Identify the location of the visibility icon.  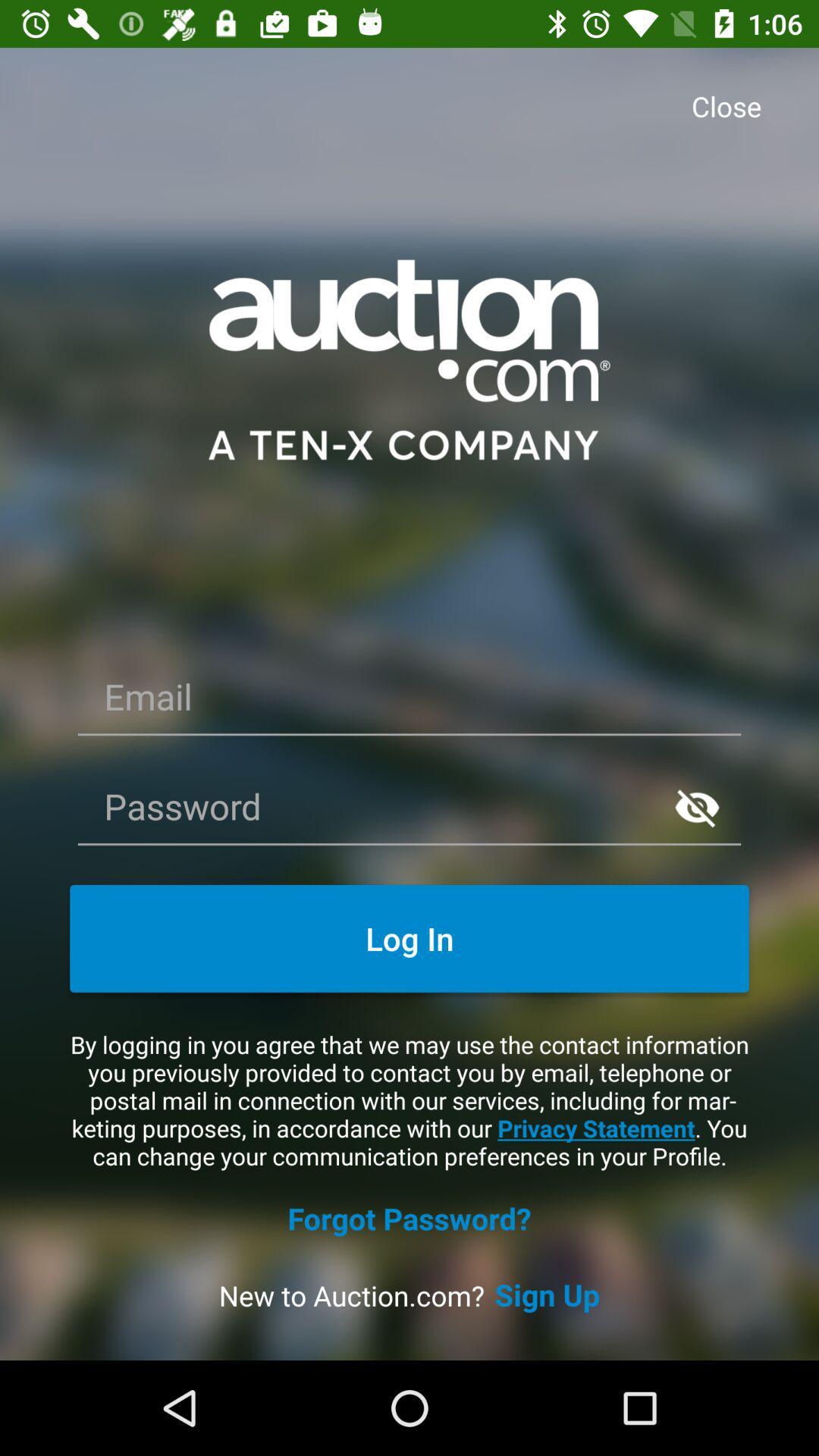
(697, 806).